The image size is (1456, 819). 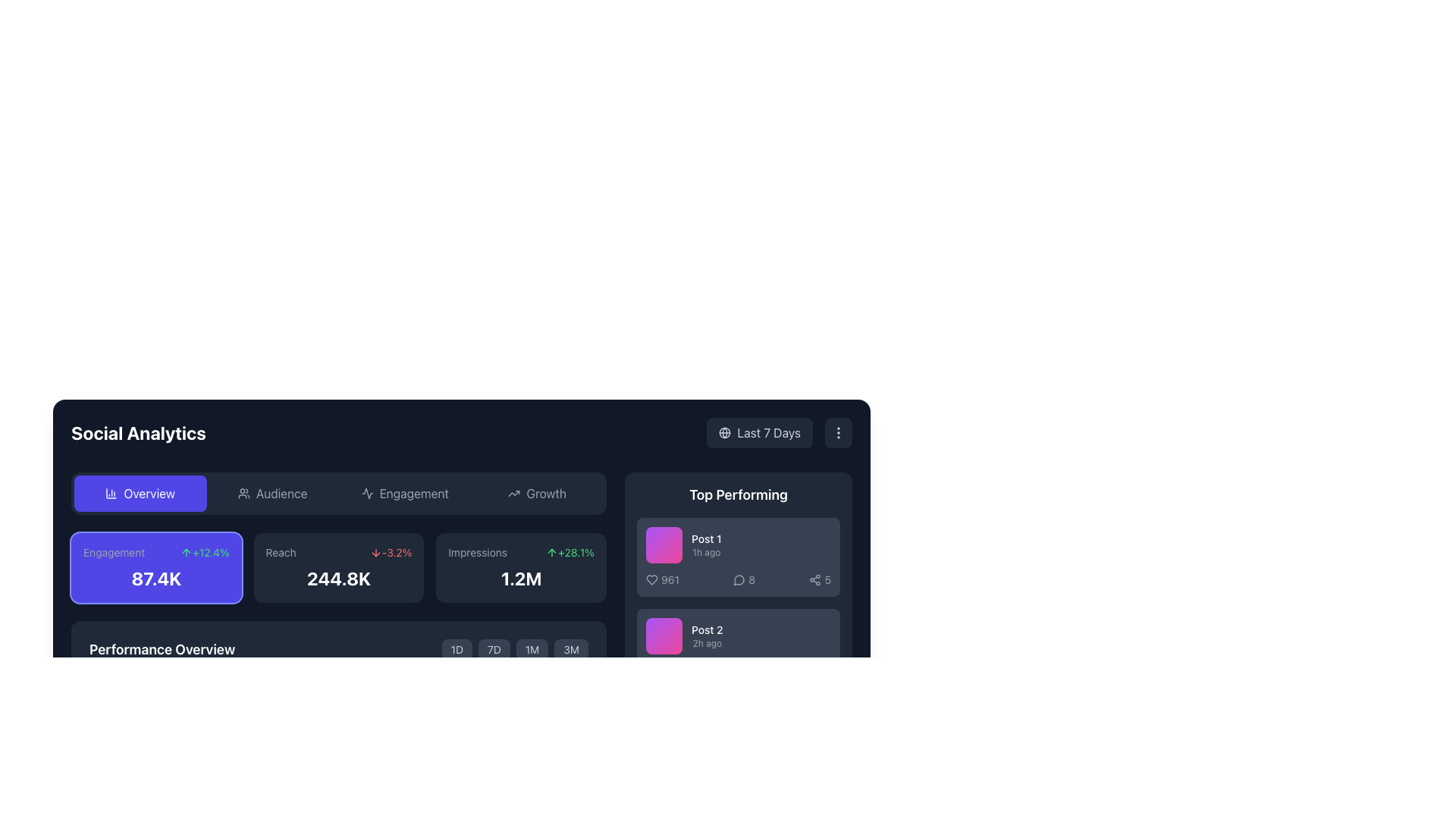 I want to click on the '7D' button in the Performance Overview section, which is part of a horizontally arranged composite UI component with a dark navy blue background and white text, so click(x=337, y=648).